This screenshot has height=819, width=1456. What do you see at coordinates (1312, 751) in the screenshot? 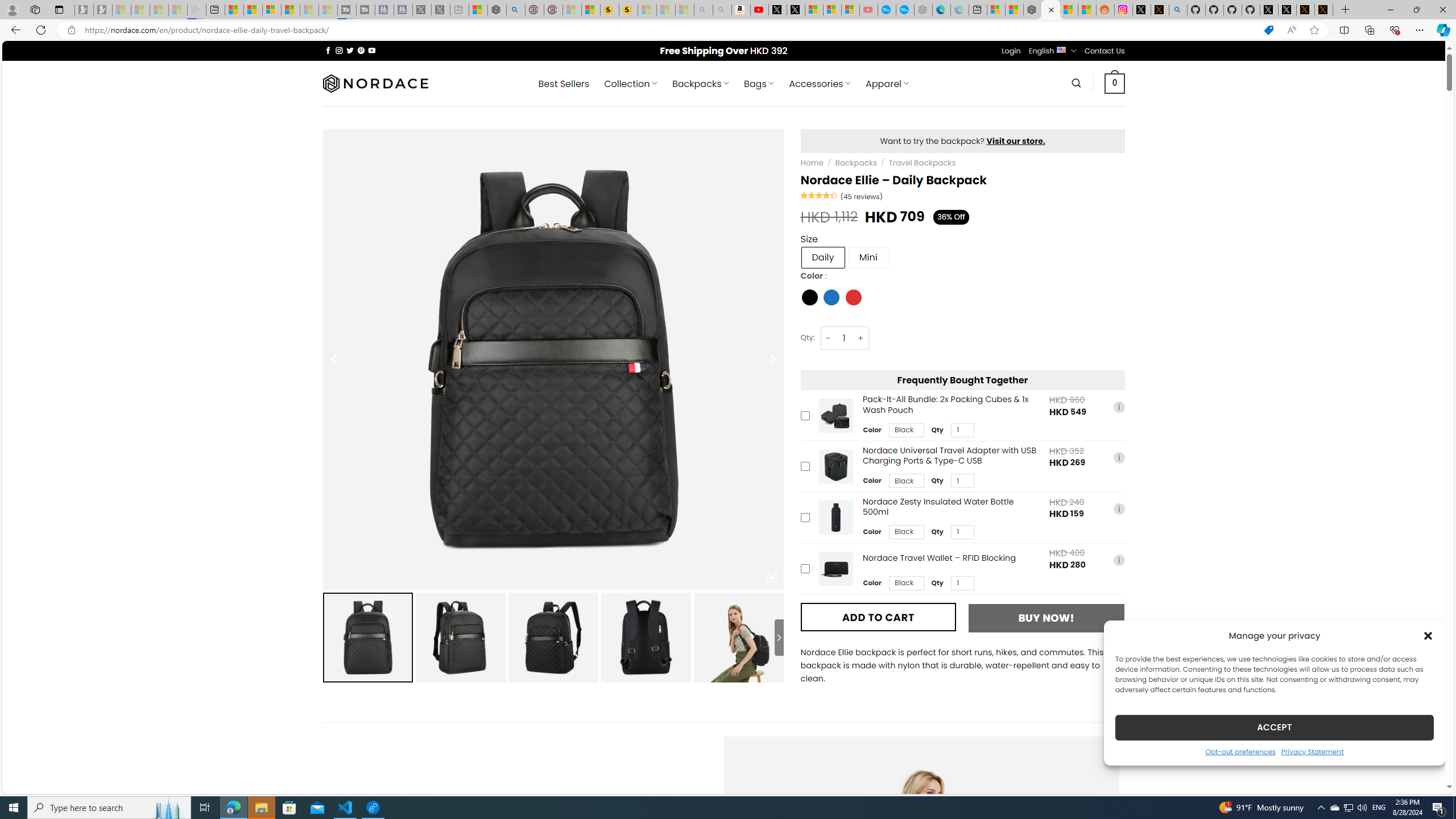
I see `'Privacy Statement'` at bounding box center [1312, 751].